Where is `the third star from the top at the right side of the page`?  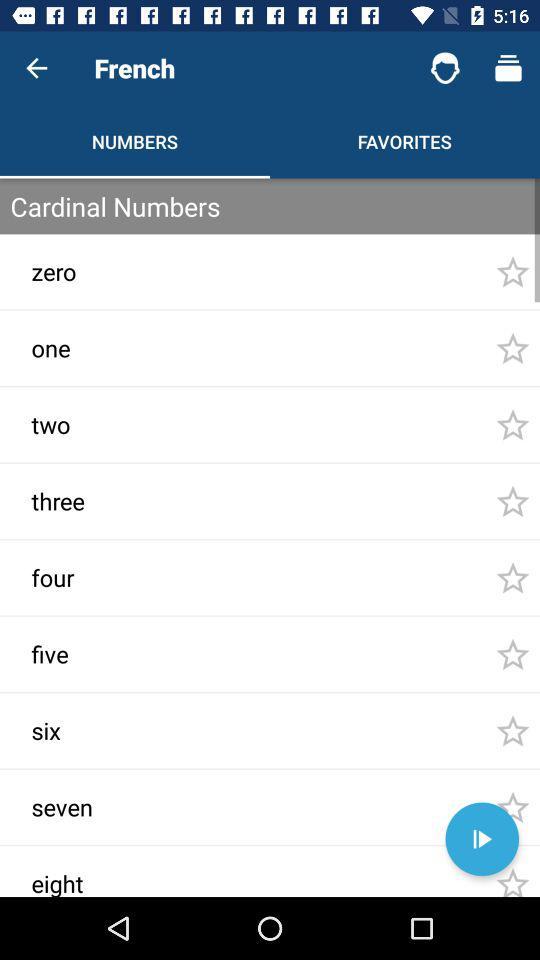
the third star from the top at the right side of the page is located at coordinates (513, 424).